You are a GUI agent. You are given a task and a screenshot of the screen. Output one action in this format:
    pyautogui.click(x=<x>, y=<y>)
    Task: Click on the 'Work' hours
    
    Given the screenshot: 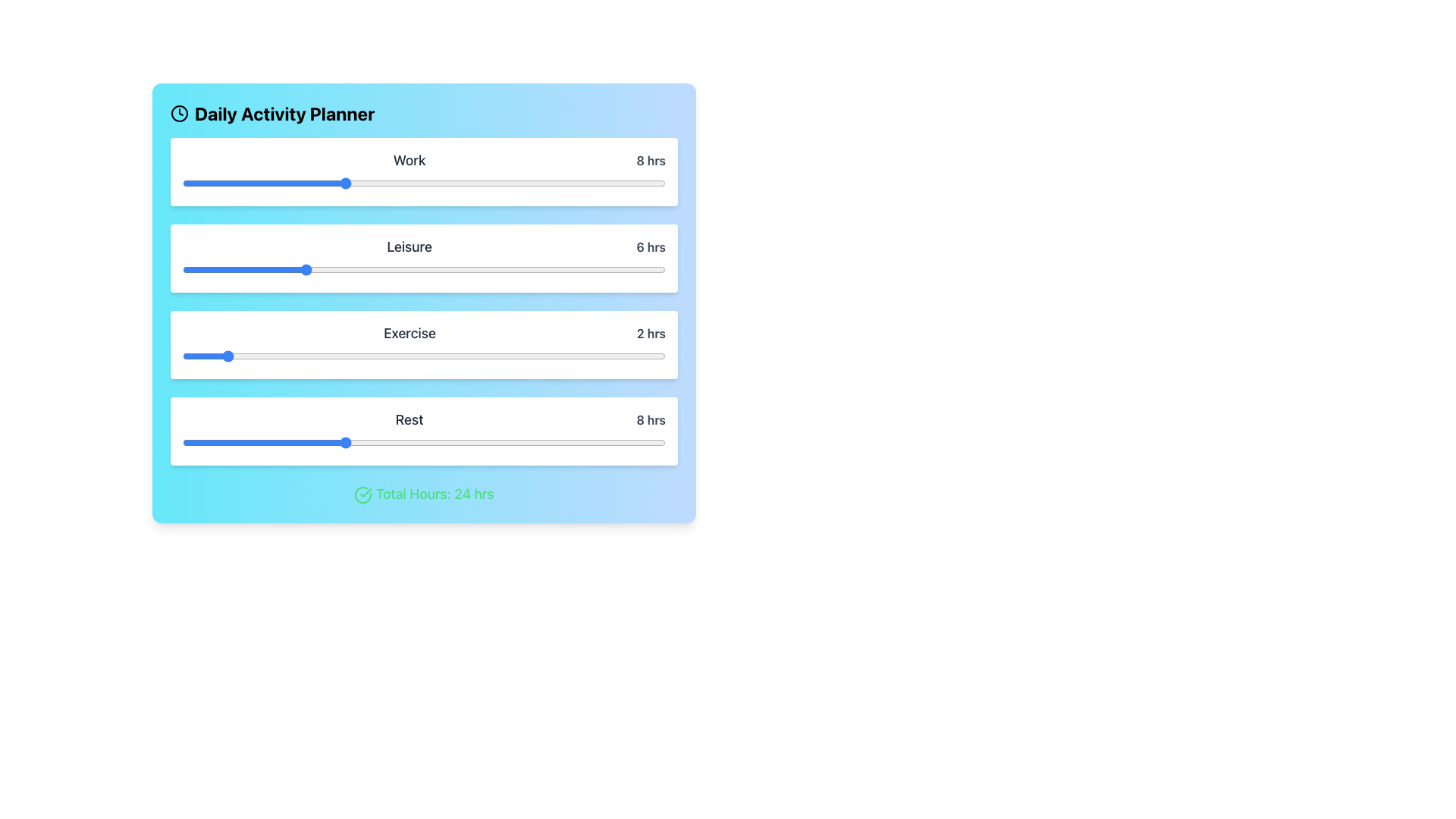 What is the action you would take?
    pyautogui.click(x=403, y=183)
    